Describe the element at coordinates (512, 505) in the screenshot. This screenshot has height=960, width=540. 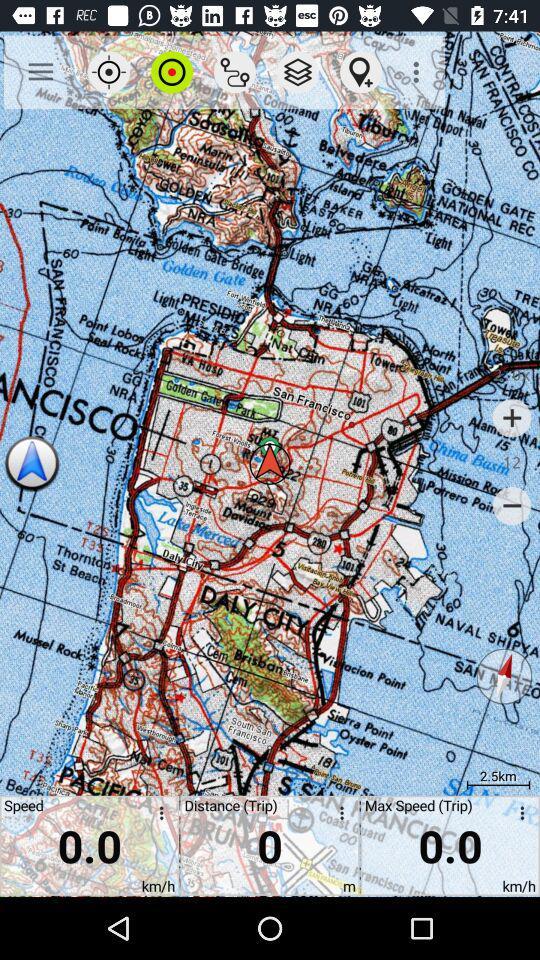
I see `the zoom_out icon` at that location.